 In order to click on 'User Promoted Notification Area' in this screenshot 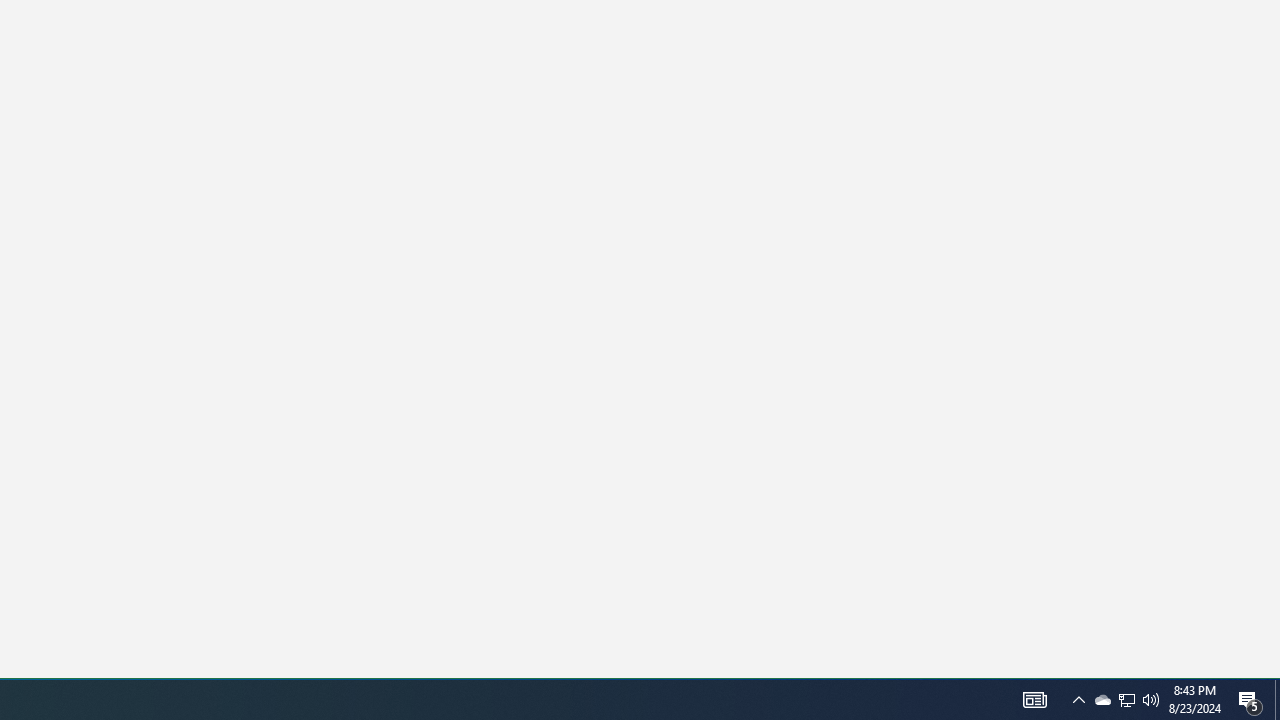, I will do `click(1151, 698)`.